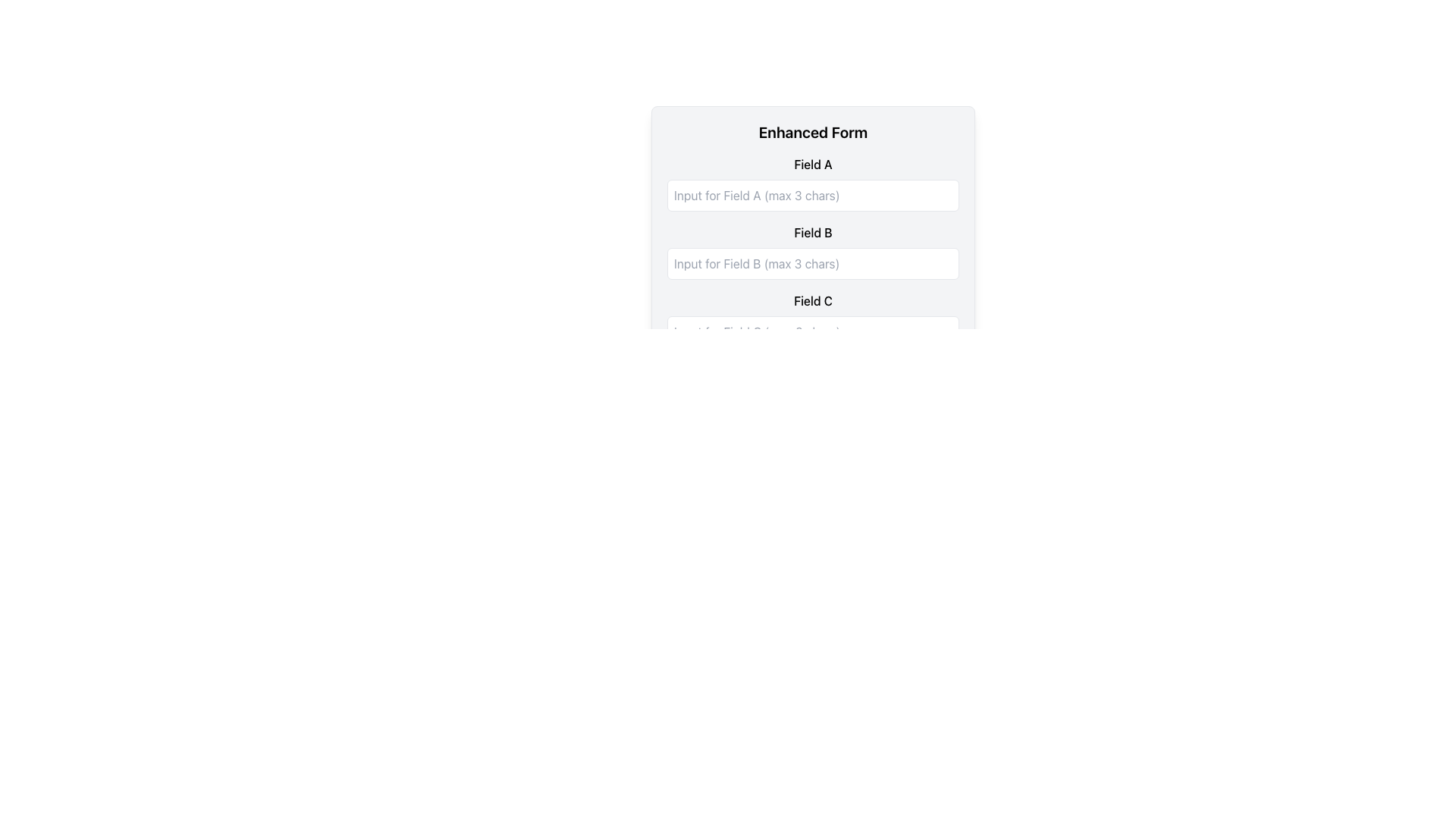 The width and height of the screenshot is (1456, 819). I want to click on the text label displaying 'Field A', which is a bold, medium-sized font located above the input field for Field A, so click(812, 164).